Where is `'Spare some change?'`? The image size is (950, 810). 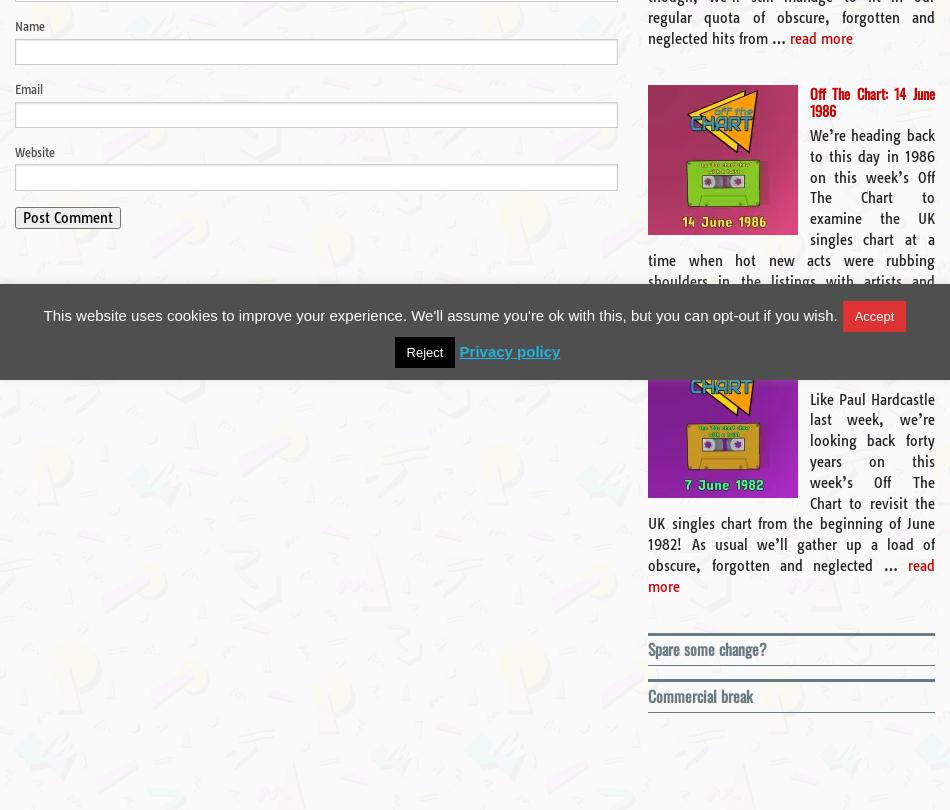 'Spare some change?' is located at coordinates (707, 647).